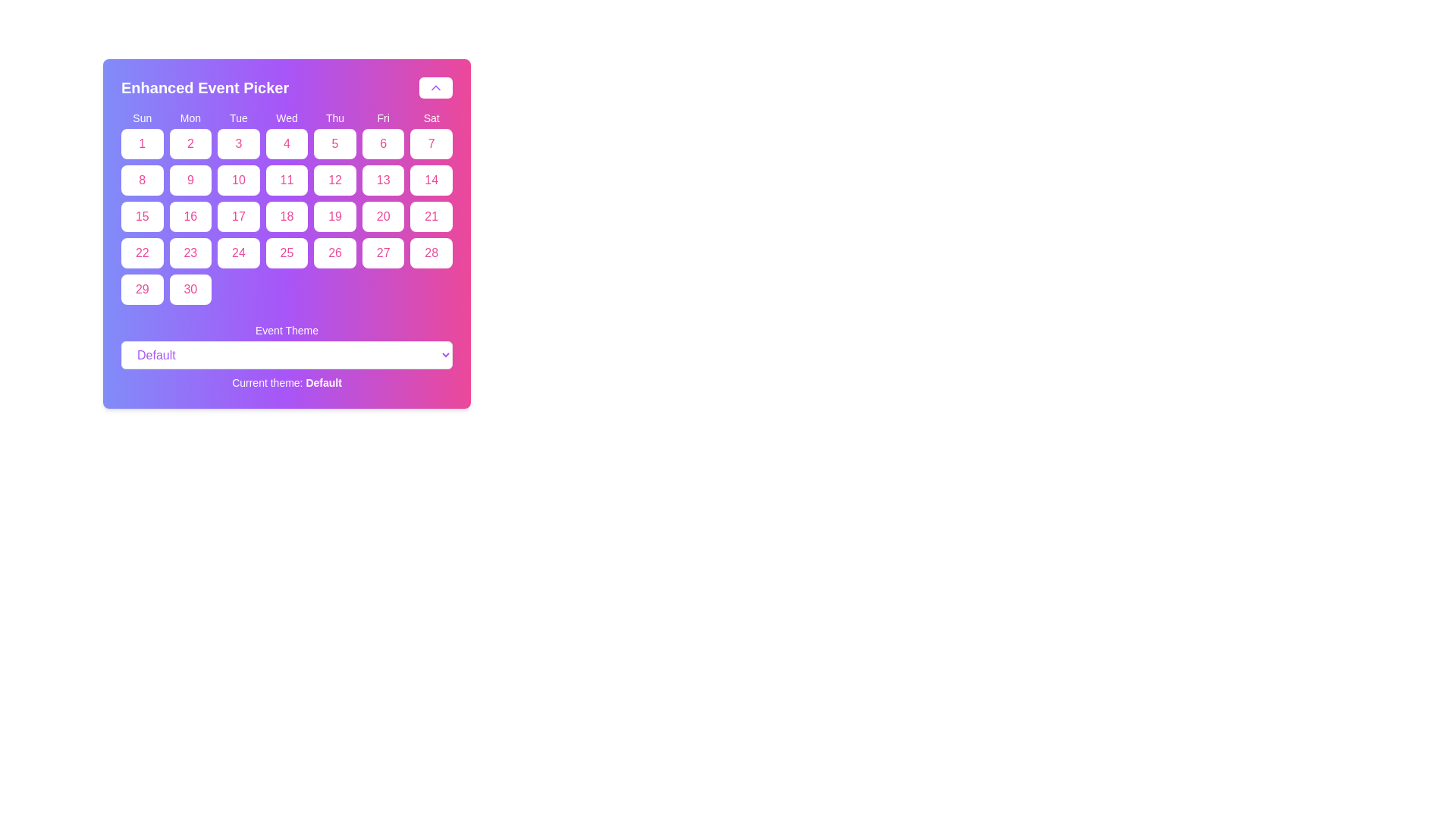 Image resolution: width=1456 pixels, height=819 pixels. I want to click on the 28th day button, so click(431, 253).